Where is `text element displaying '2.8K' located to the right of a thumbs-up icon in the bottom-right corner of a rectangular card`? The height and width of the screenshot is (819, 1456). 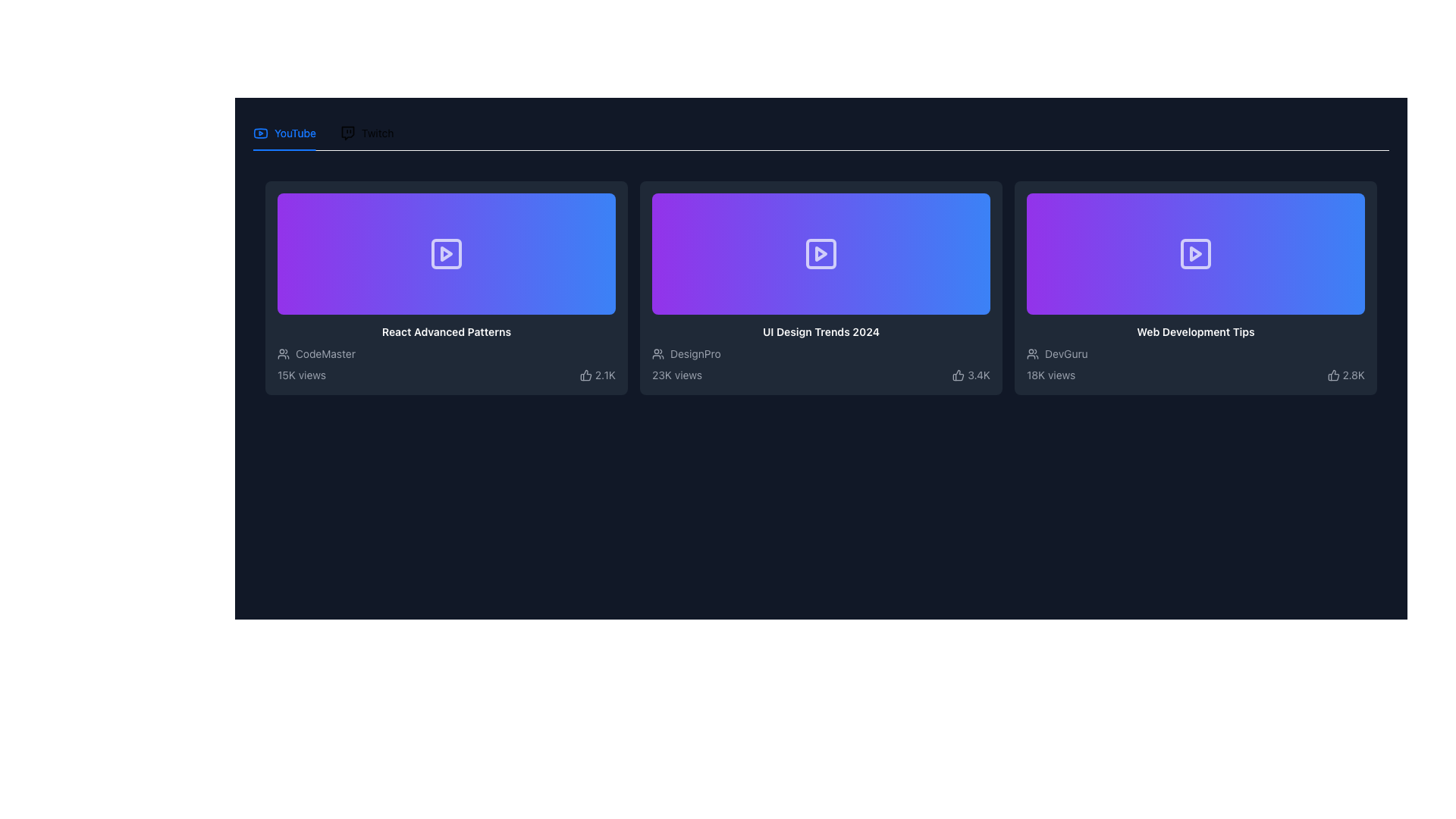
text element displaying '2.8K' located to the right of a thumbs-up icon in the bottom-right corner of a rectangular card is located at coordinates (1354, 375).